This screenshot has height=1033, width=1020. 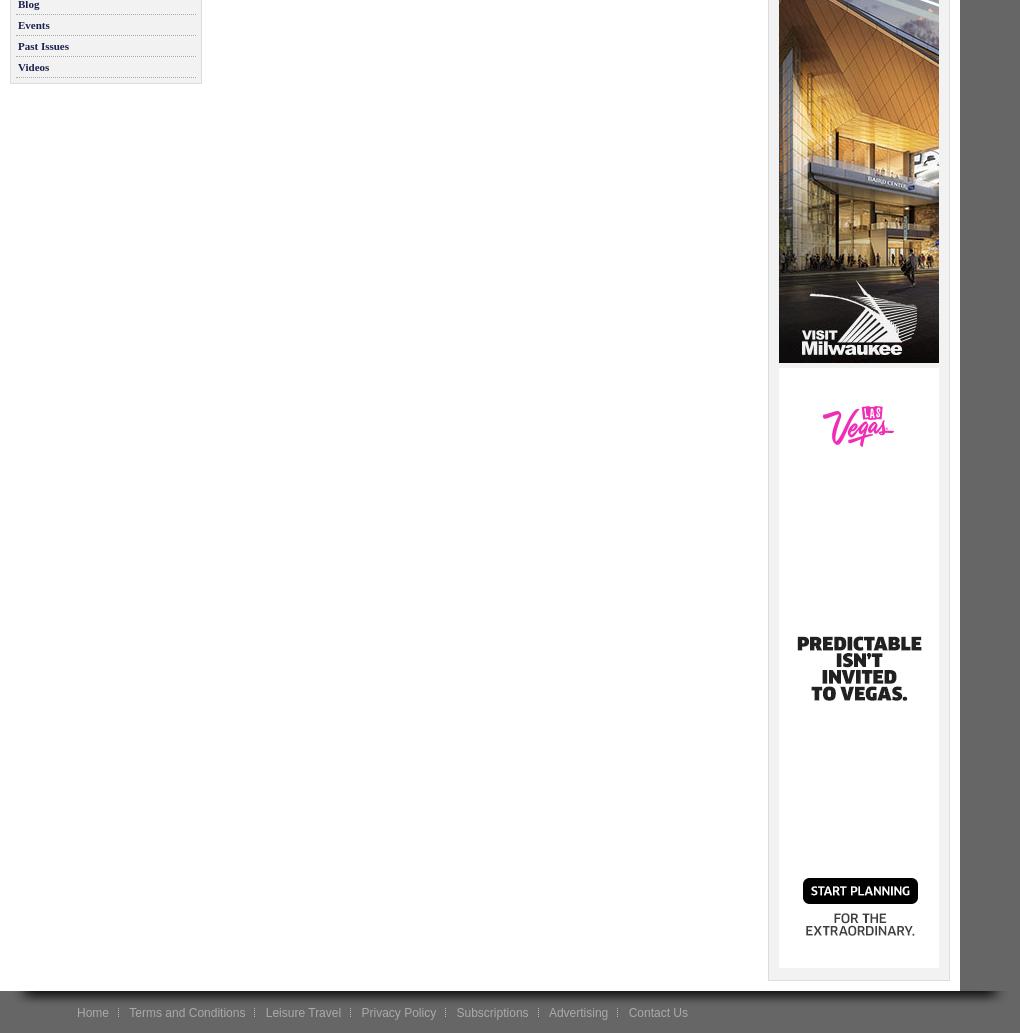 What do you see at coordinates (492, 1011) in the screenshot?
I see `'Subscriptions'` at bounding box center [492, 1011].